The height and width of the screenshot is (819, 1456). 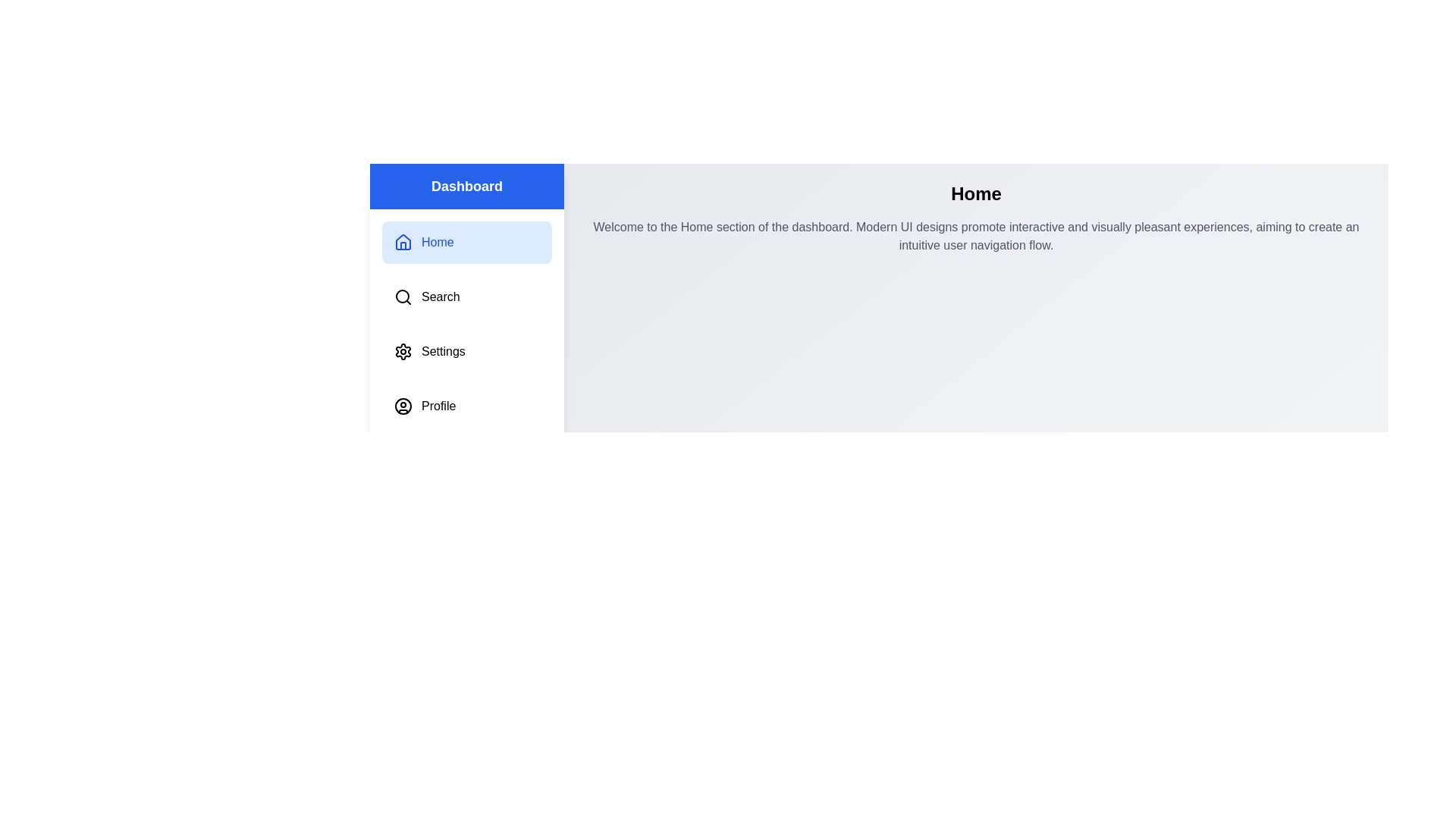 I want to click on the menu item corresponding to Home, so click(x=466, y=242).